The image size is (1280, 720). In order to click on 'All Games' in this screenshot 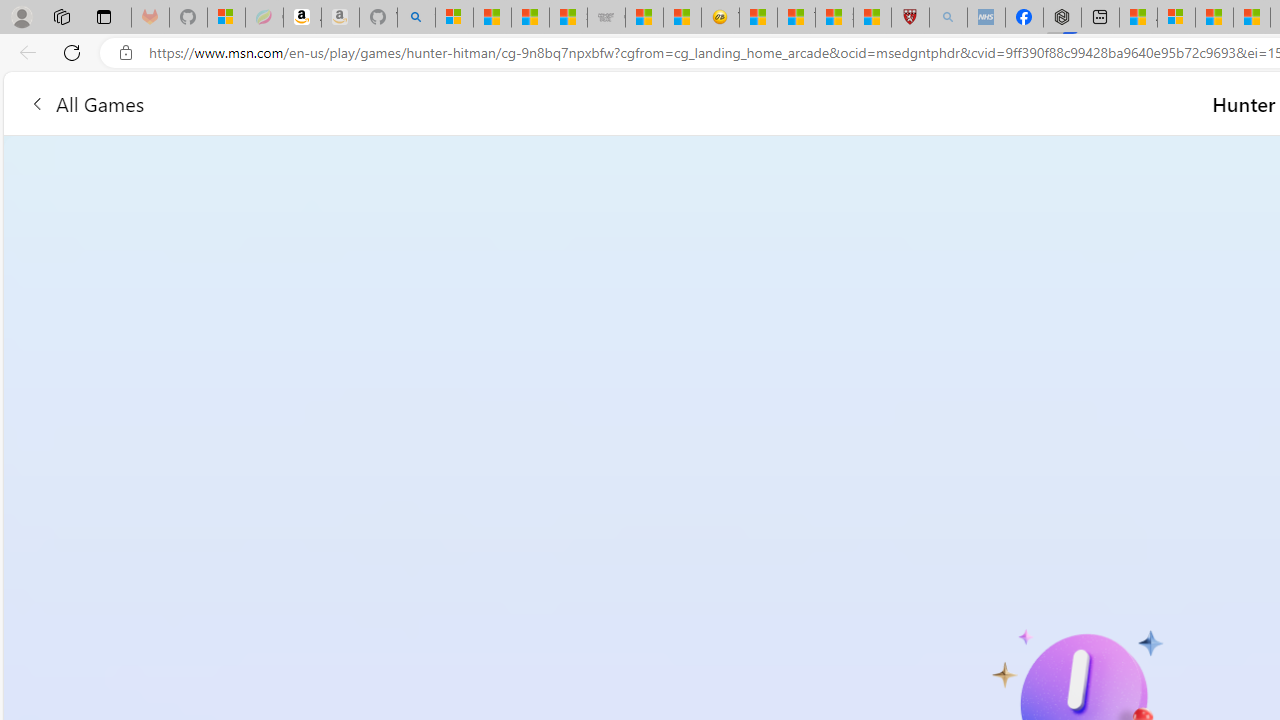, I will do `click(85, 103)`.